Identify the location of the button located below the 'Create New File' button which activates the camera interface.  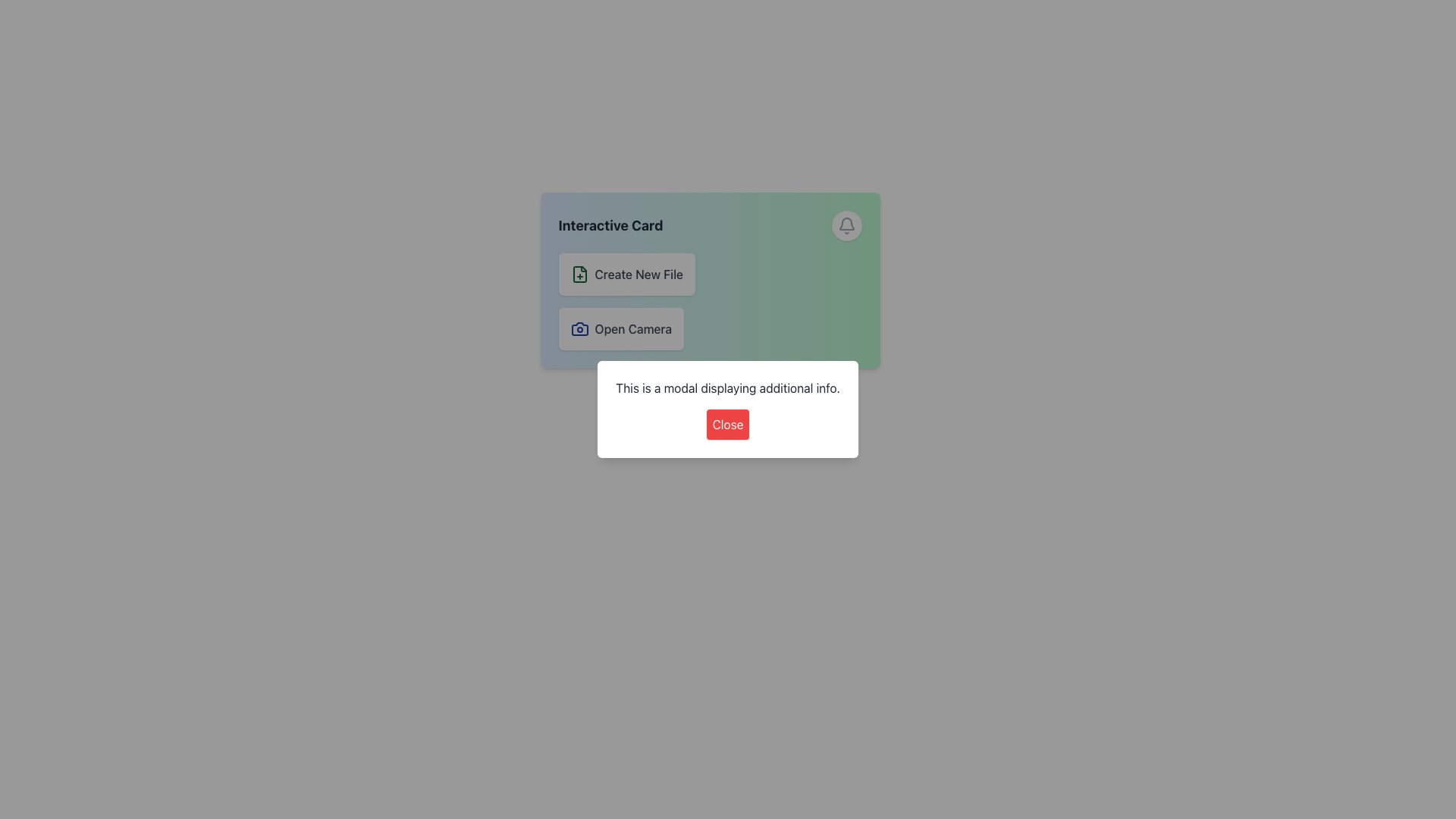
(621, 328).